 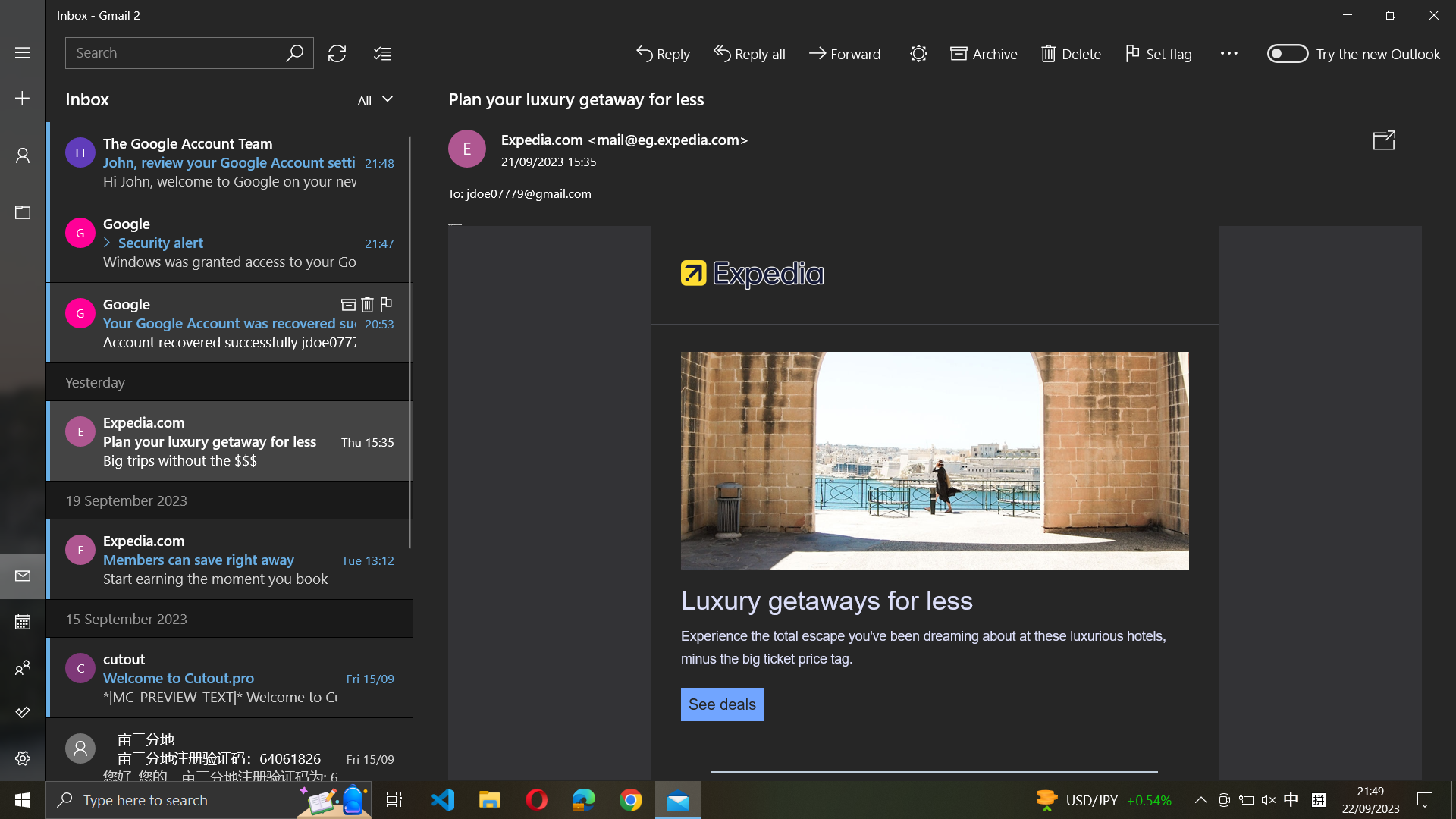 I want to click on View the first email in your inbox, so click(x=229, y=161).